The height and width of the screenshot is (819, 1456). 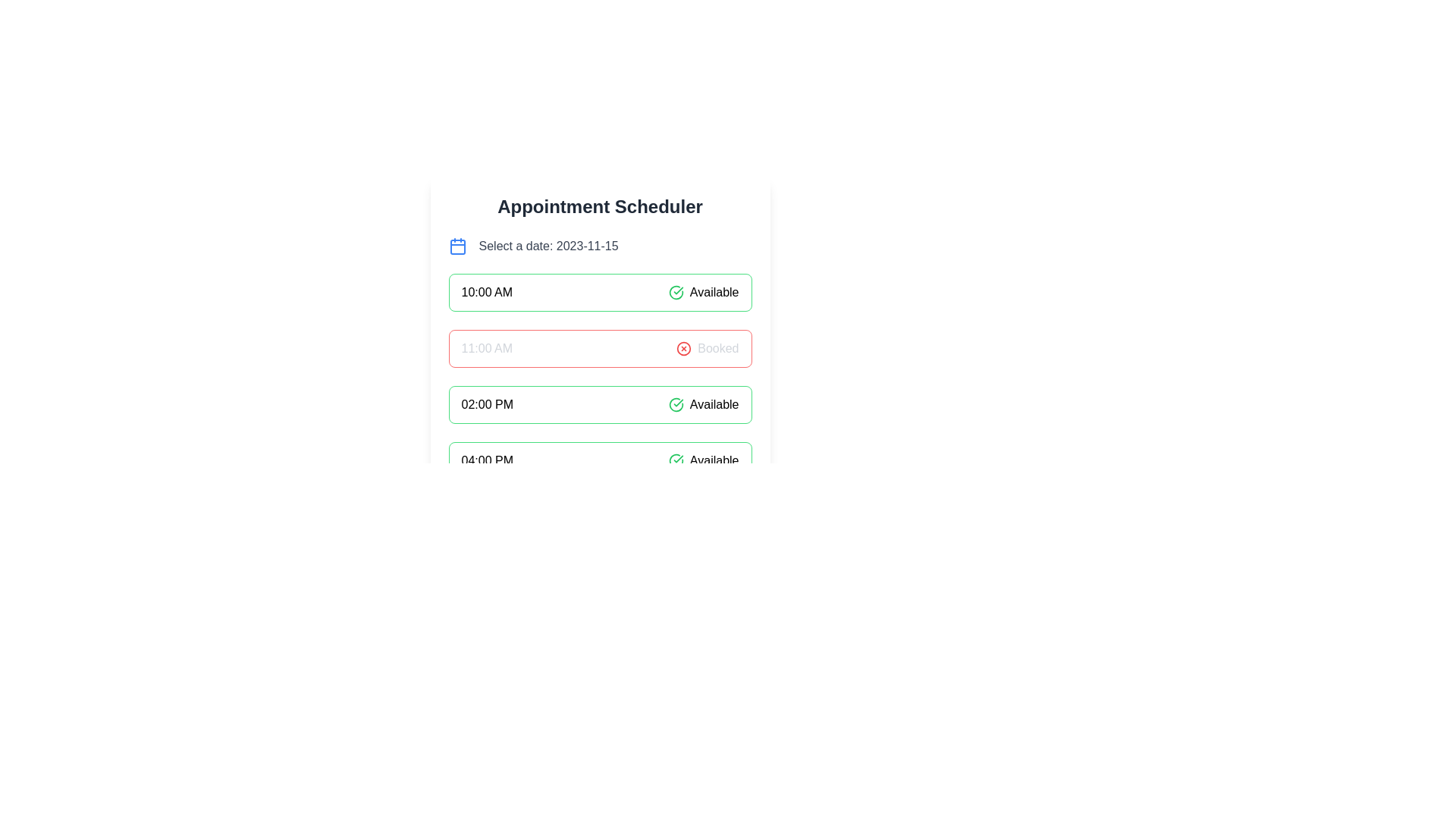 What do you see at coordinates (703, 292) in the screenshot?
I see `the Status label that displays 'Available' with a green checkmark icon located next to it for tooltip or debug information` at bounding box center [703, 292].